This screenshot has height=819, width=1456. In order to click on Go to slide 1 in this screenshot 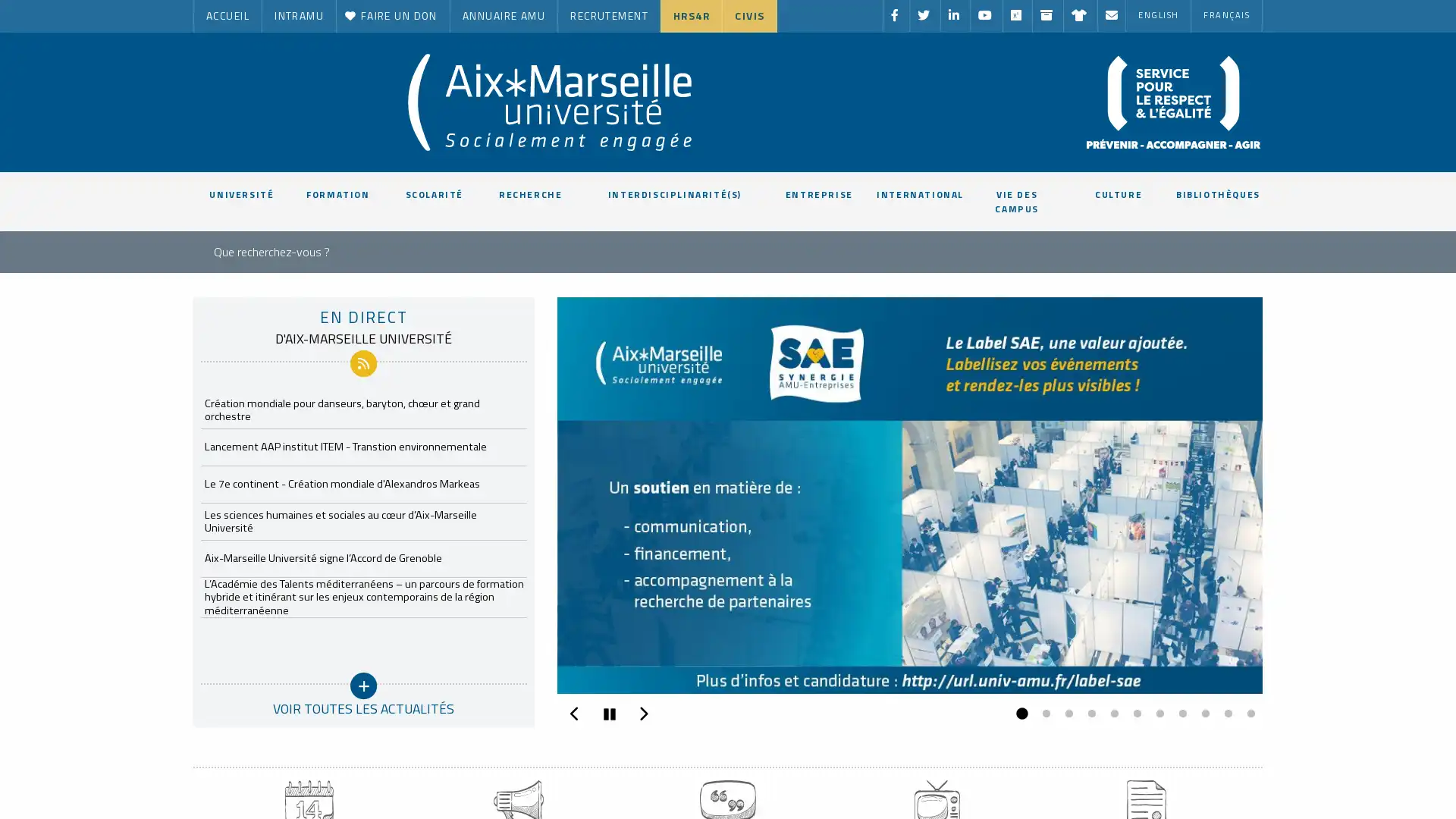, I will do `click(1019, 714)`.